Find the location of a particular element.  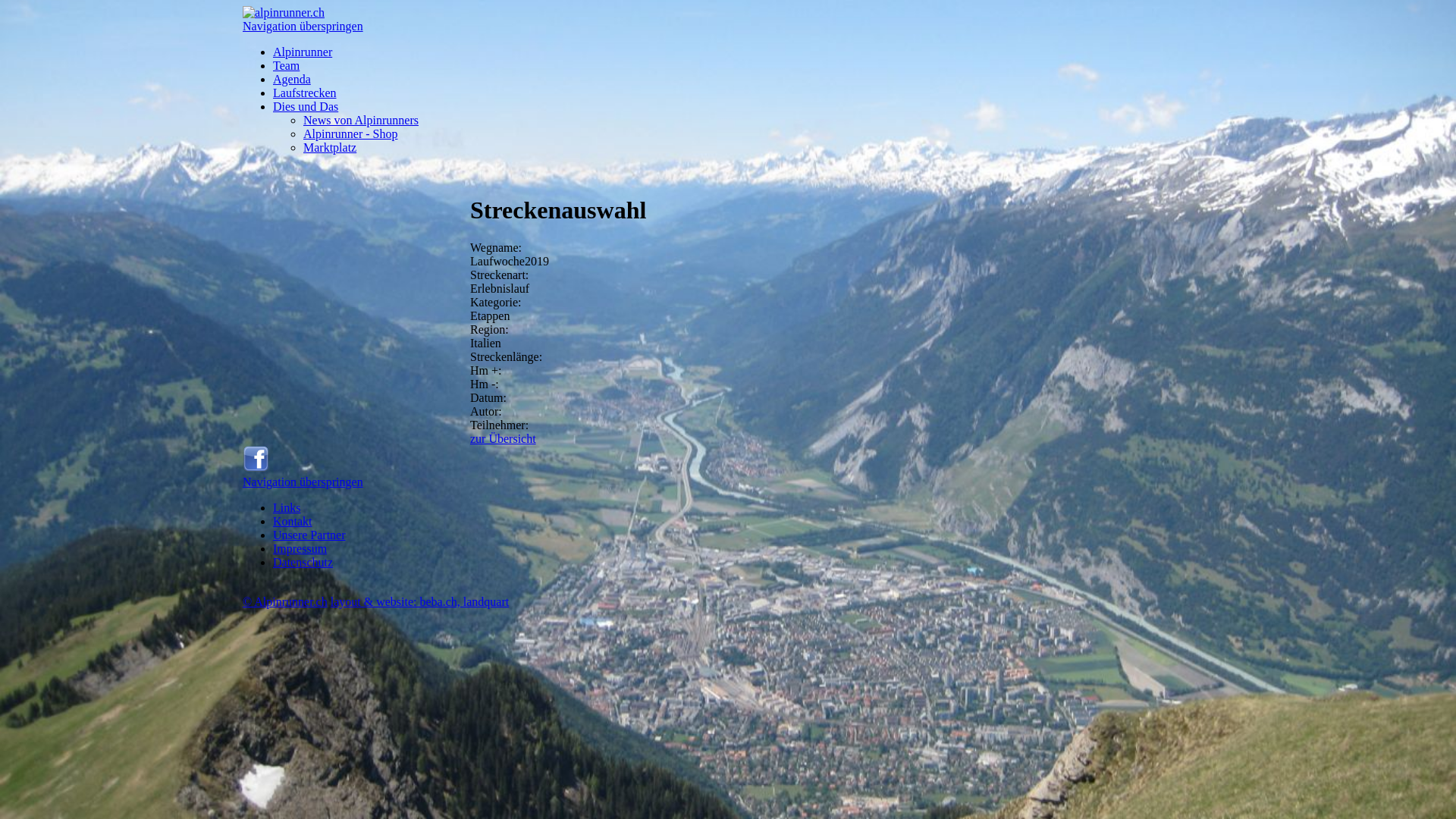

'Laufstrecken' is located at coordinates (304, 93).